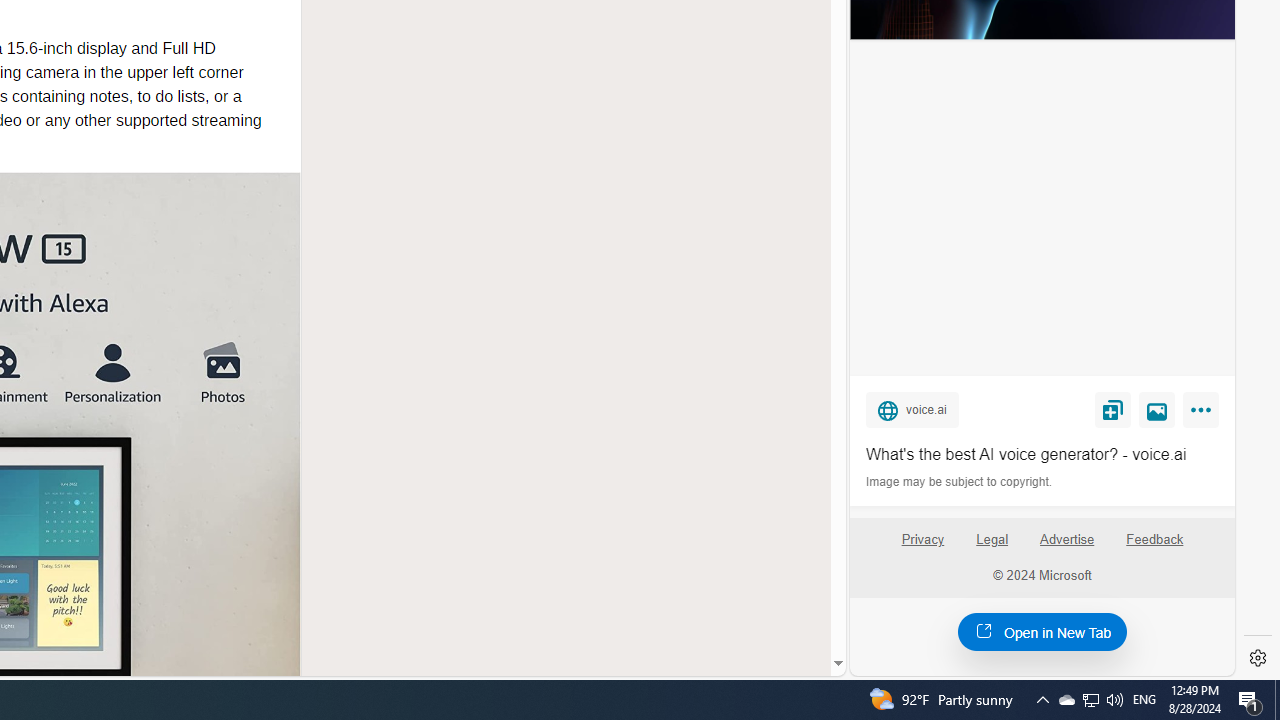  I want to click on 'View image', so click(1157, 408).